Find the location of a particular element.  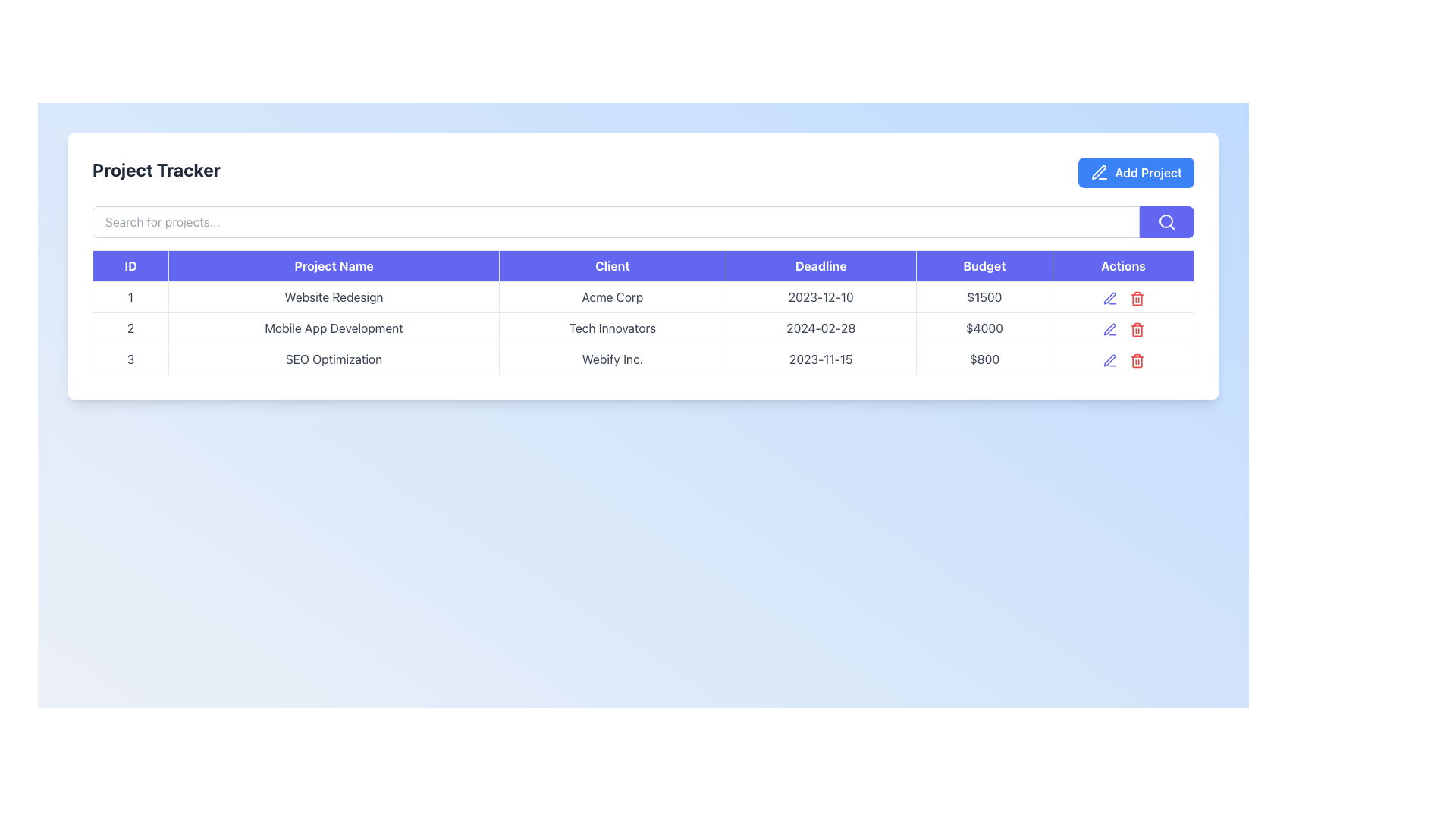

the indigo-colored pen icon is located at coordinates (1109, 327).